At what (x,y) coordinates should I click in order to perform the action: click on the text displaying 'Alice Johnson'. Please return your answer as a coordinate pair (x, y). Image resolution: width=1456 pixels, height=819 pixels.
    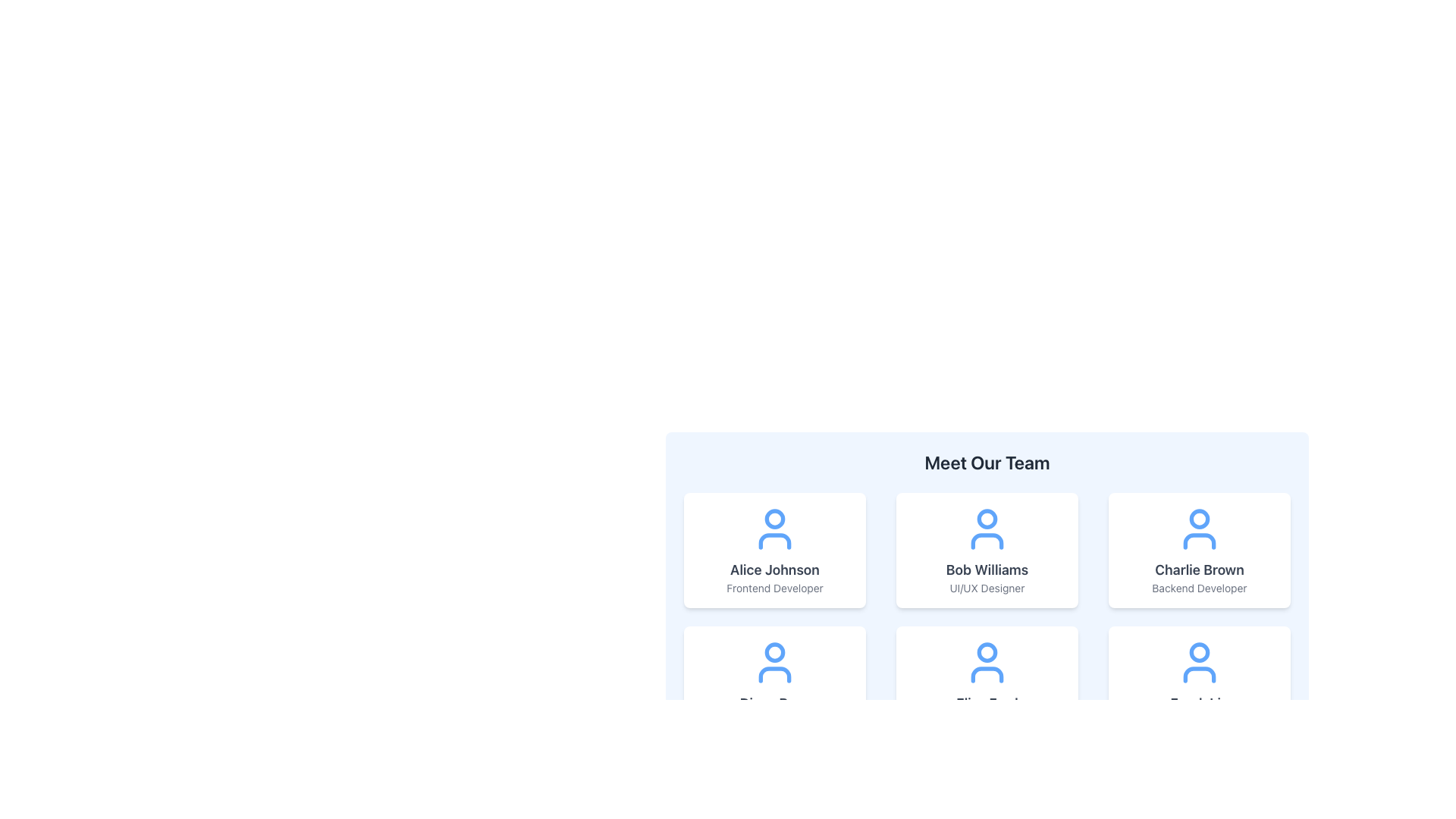
    Looking at the image, I should click on (775, 570).